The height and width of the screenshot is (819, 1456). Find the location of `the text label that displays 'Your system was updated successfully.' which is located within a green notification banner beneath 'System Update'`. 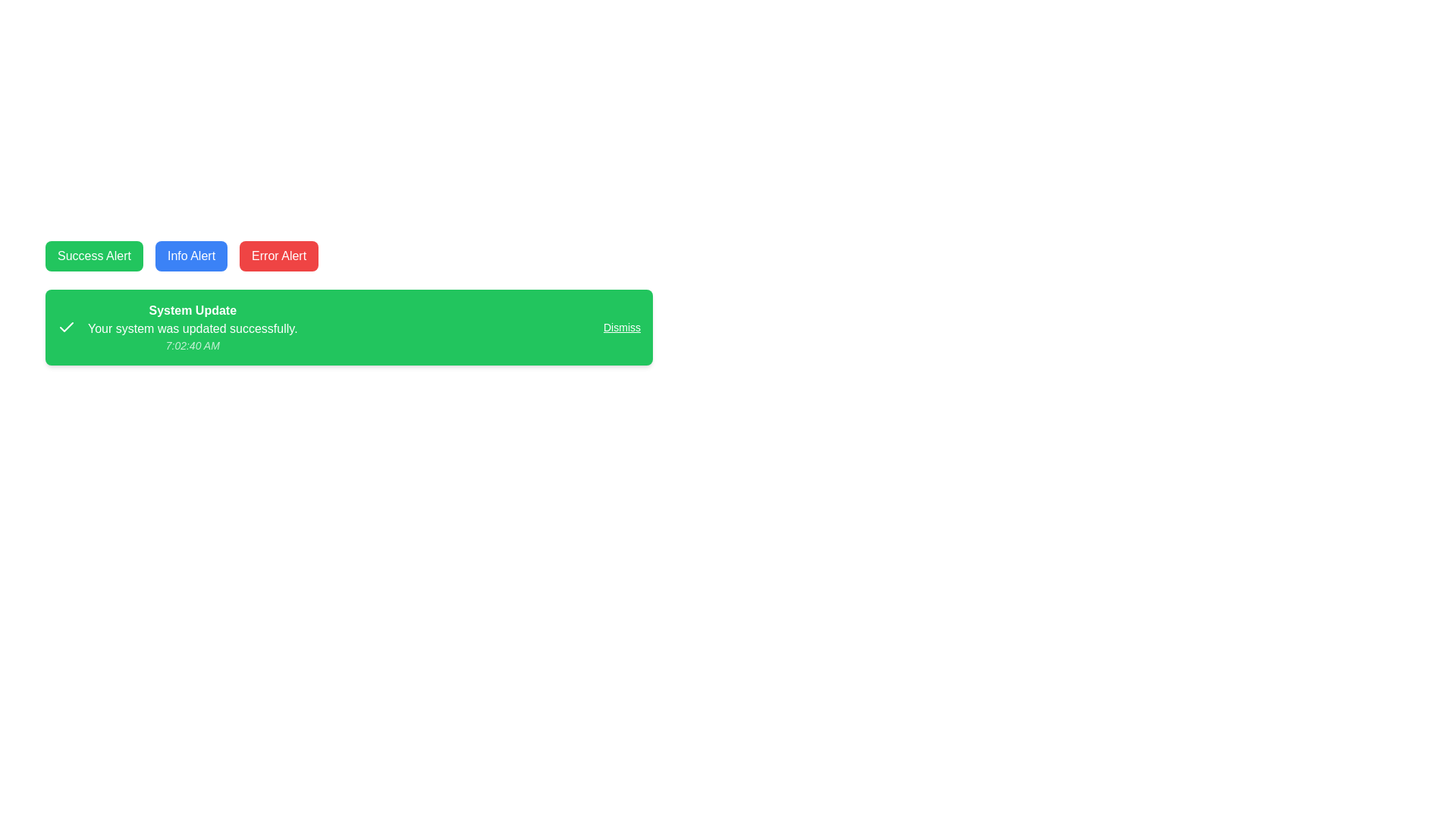

the text label that displays 'Your system was updated successfully.' which is located within a green notification banner beneath 'System Update' is located at coordinates (192, 328).